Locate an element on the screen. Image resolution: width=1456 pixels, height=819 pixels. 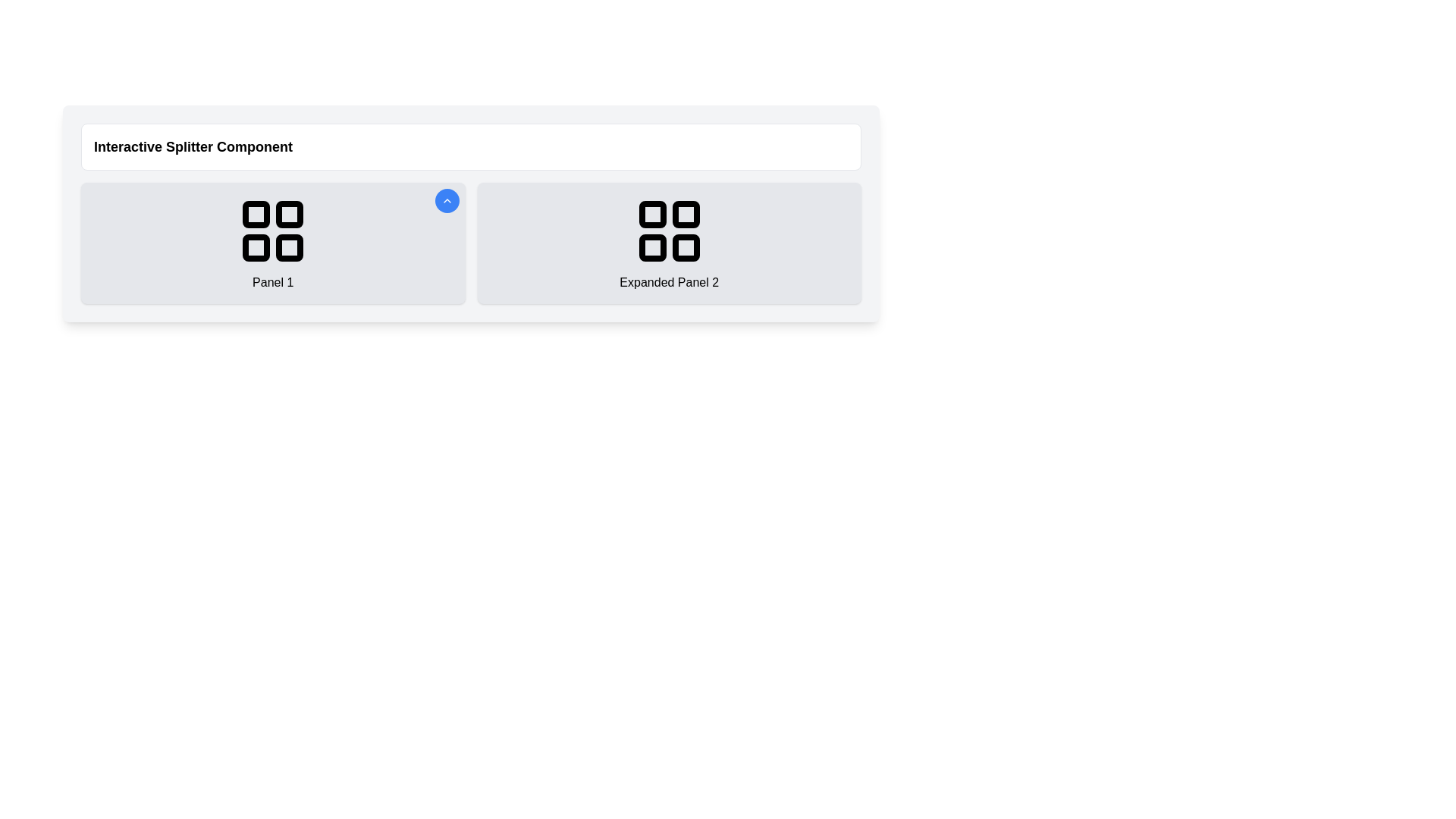
the second square-shaped Grid Cell located in the top-right corner of the 2x2 grid in the 'Expanded Panel 2' section is located at coordinates (685, 214).